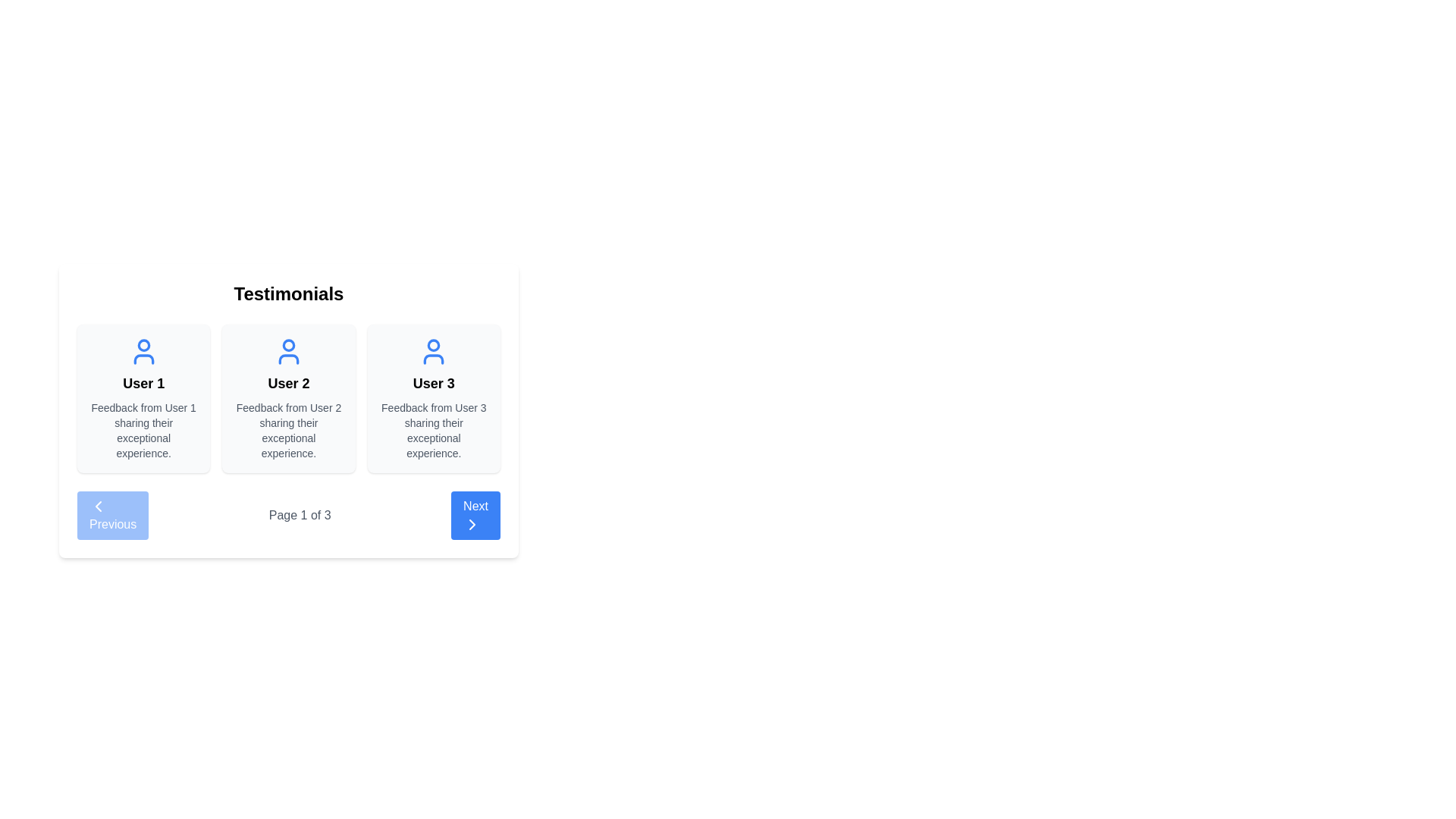 This screenshot has width=1456, height=819. What do you see at coordinates (300, 514) in the screenshot?
I see `the static text element that reads 'Page 1 of 3', styled in a medium-weight gray font, located centrally in the bottom bar of the interface between the 'Previous' and 'Next' buttons` at bounding box center [300, 514].